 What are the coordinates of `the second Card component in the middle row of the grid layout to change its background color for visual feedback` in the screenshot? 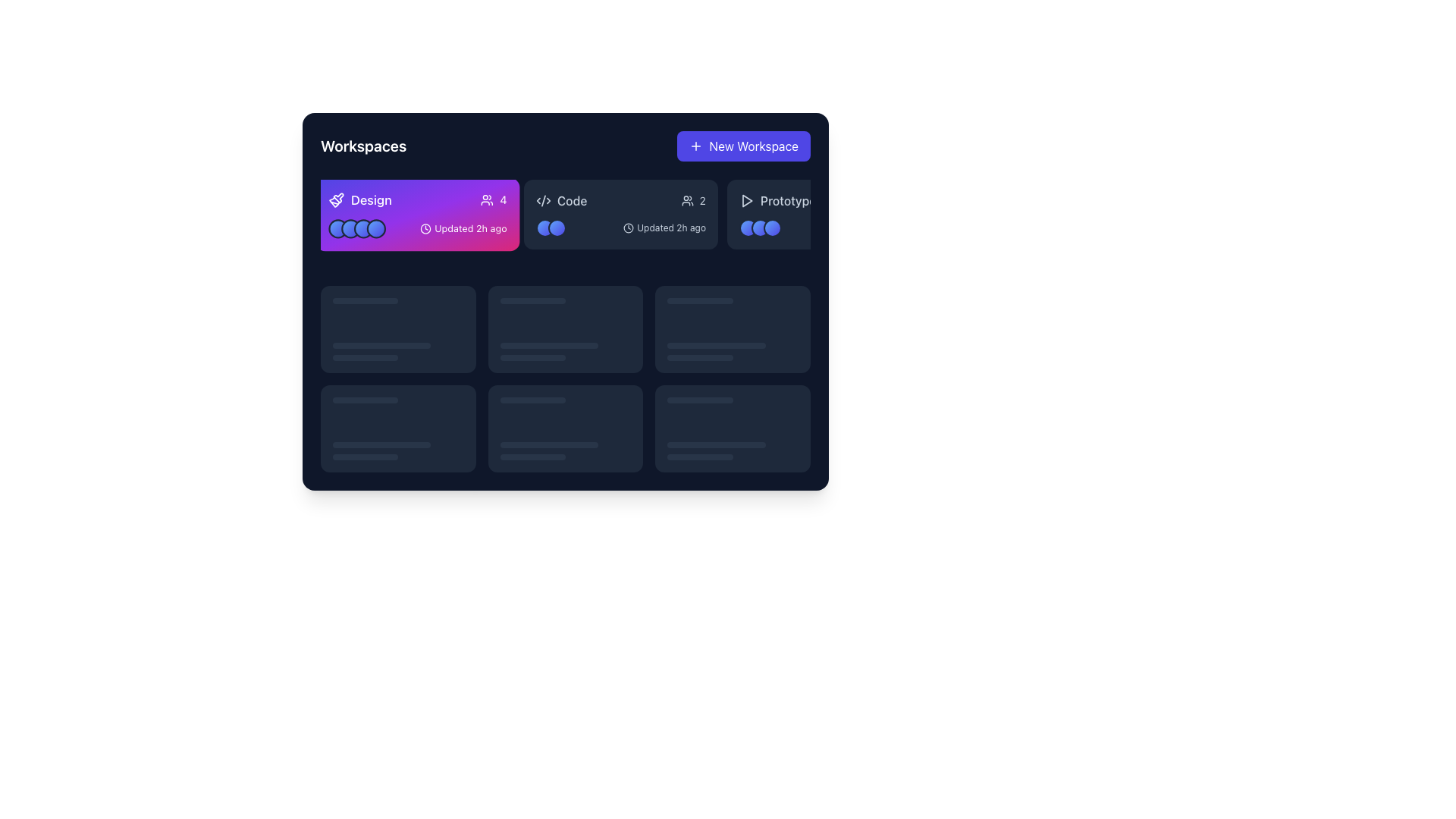 It's located at (564, 328).